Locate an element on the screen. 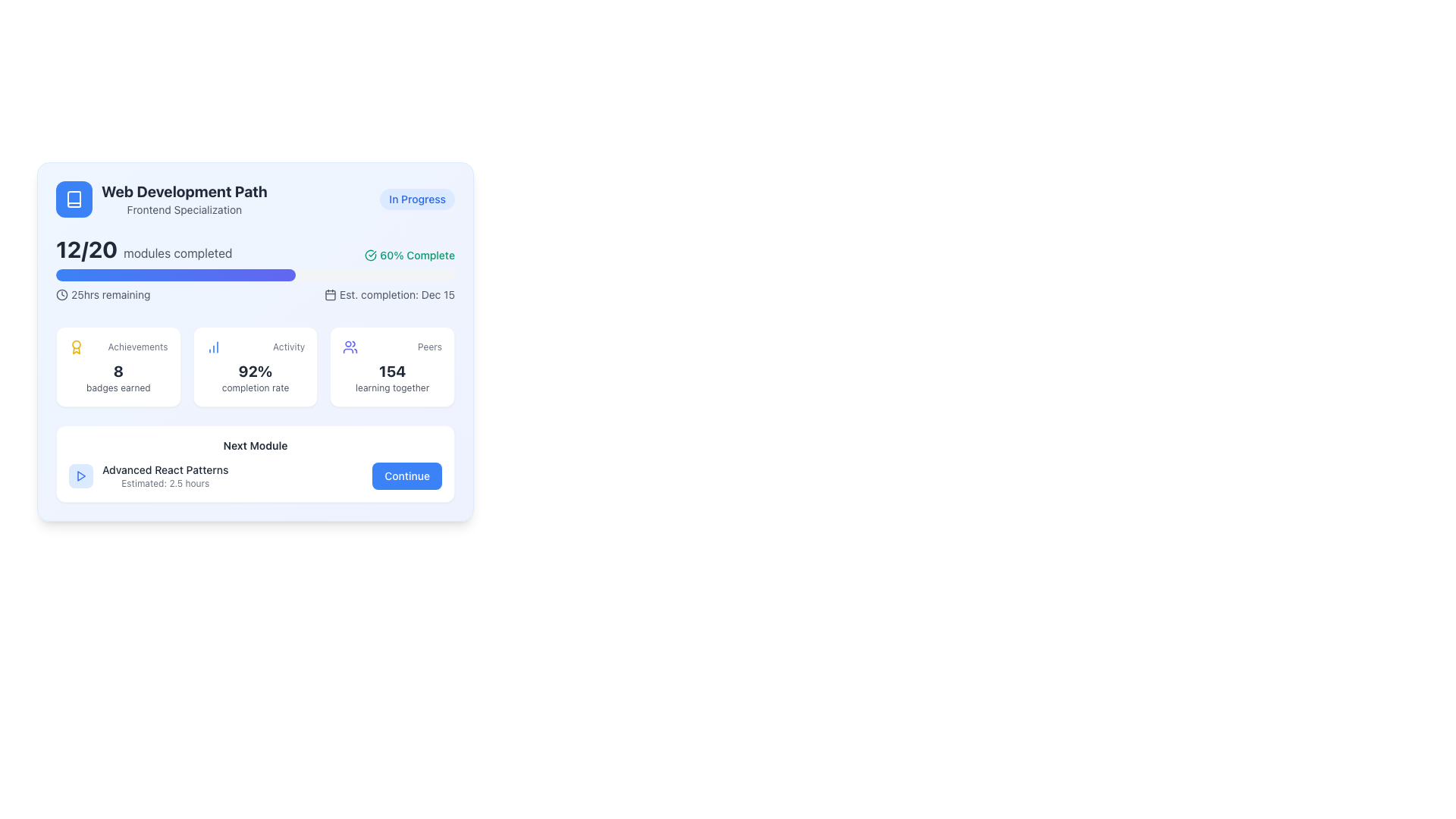 The width and height of the screenshot is (1456, 819). the play or forward button icon located at the bottom right of the UI, which is associated with advancing or proceeding in the process is located at coordinates (80, 475).